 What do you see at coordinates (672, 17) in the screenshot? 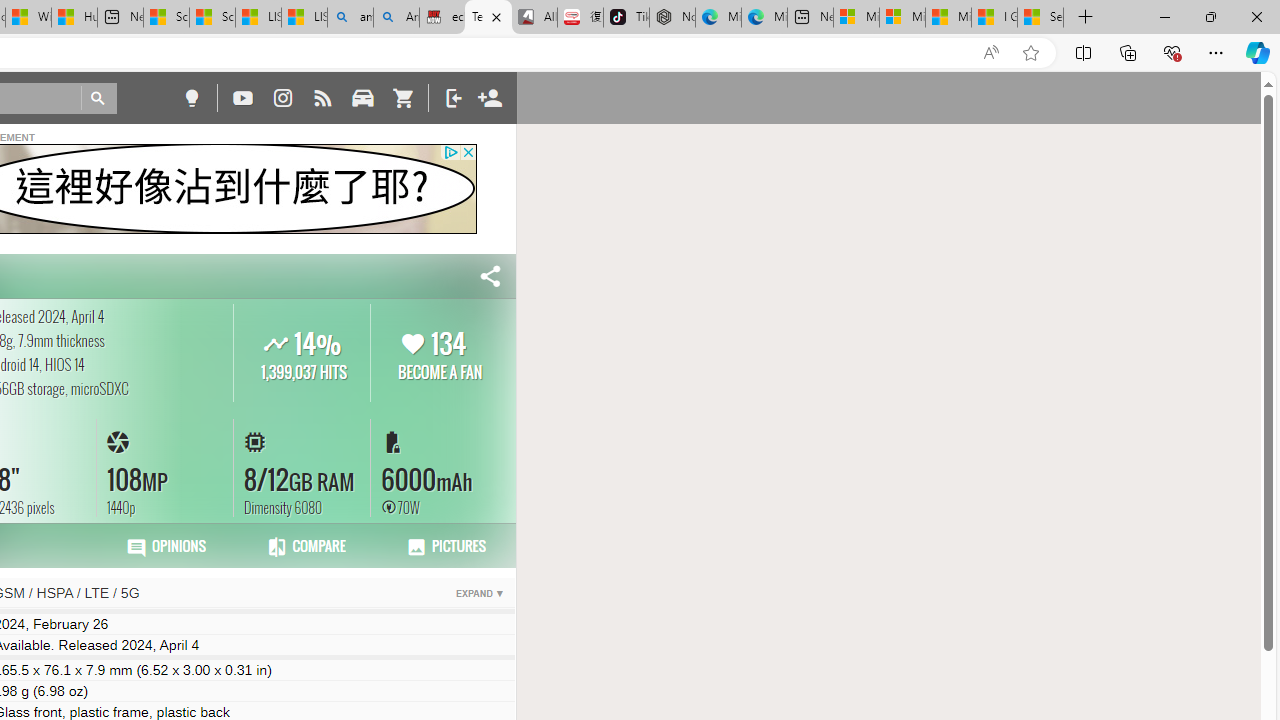
I see `'Nordace - Best Sellers'` at bounding box center [672, 17].